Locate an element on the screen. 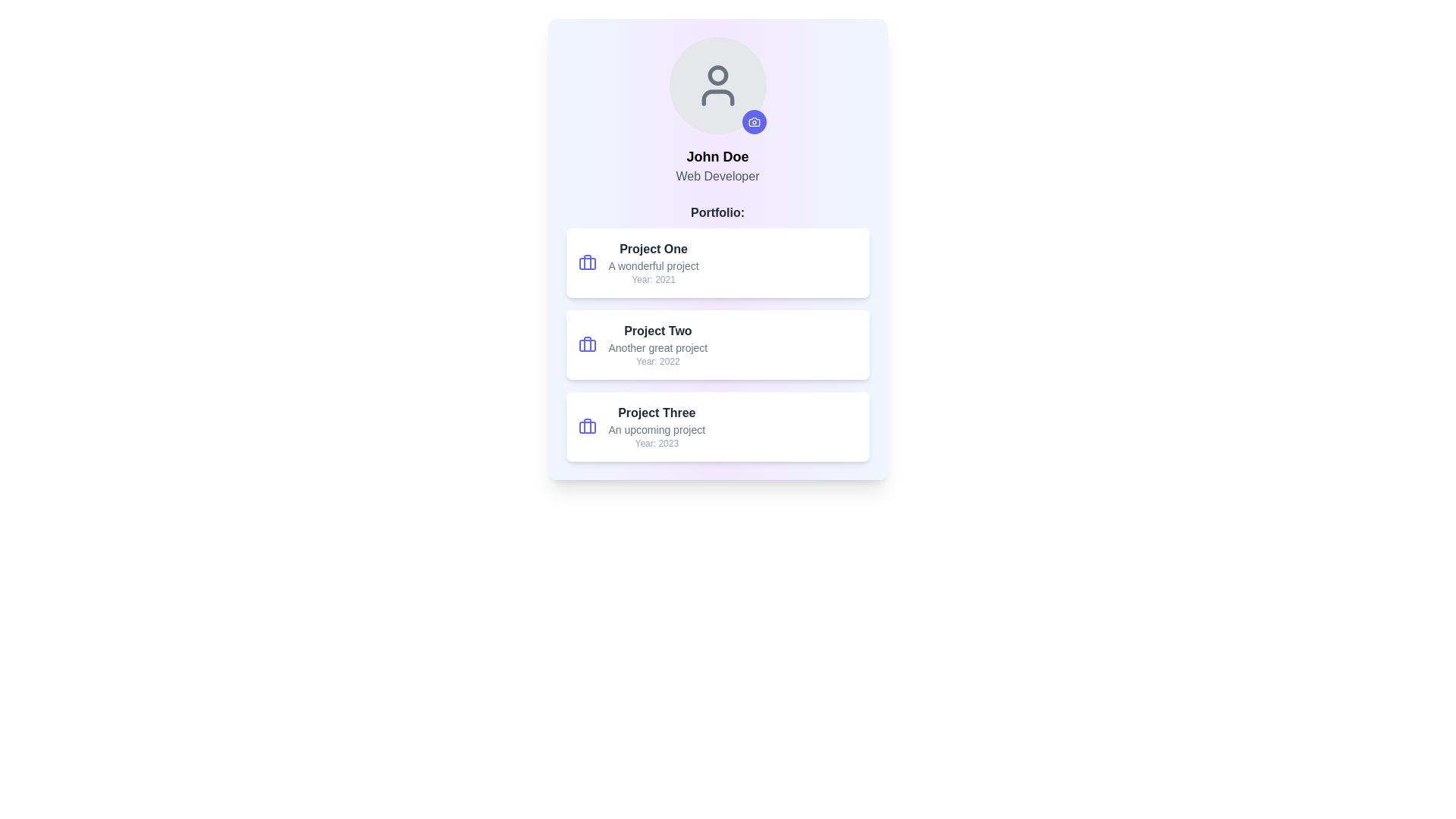  the camera icon located at the bottom-right segment of the circular avatar image within the profile card is located at coordinates (754, 121).